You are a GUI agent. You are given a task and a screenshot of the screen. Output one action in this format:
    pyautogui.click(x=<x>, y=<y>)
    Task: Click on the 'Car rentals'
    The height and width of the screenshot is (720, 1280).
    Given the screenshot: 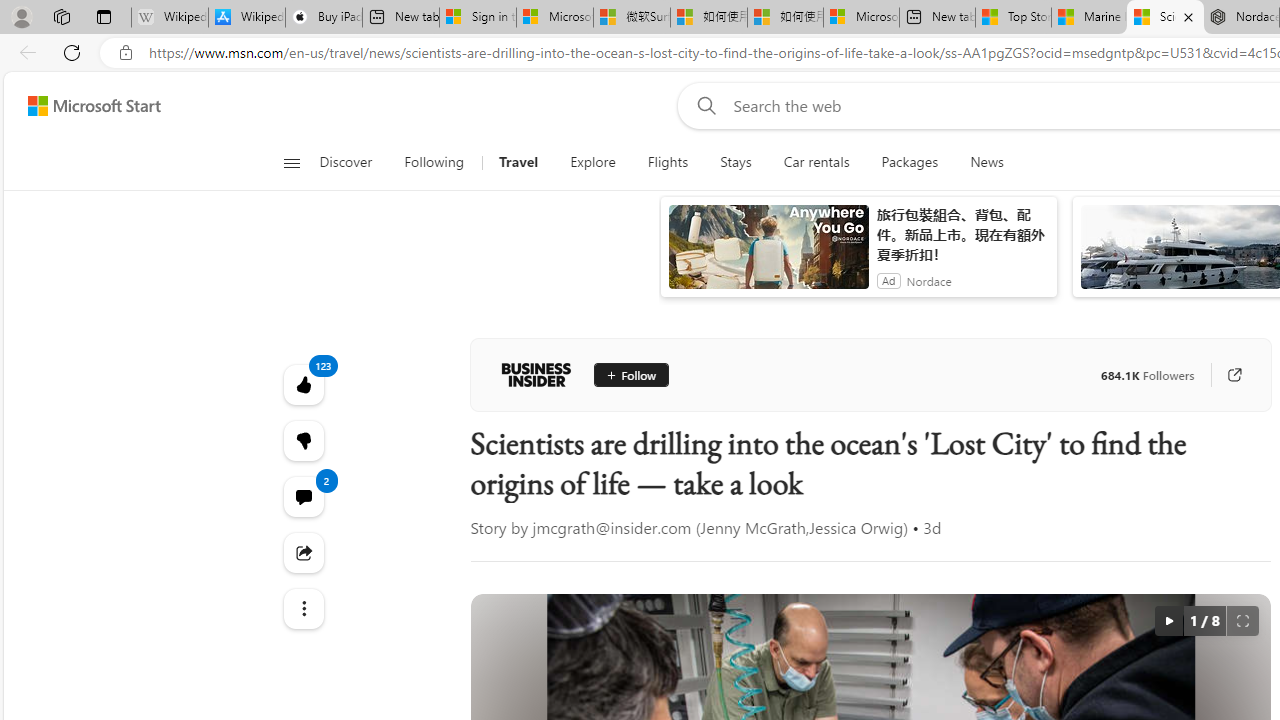 What is the action you would take?
    pyautogui.click(x=816, y=162)
    